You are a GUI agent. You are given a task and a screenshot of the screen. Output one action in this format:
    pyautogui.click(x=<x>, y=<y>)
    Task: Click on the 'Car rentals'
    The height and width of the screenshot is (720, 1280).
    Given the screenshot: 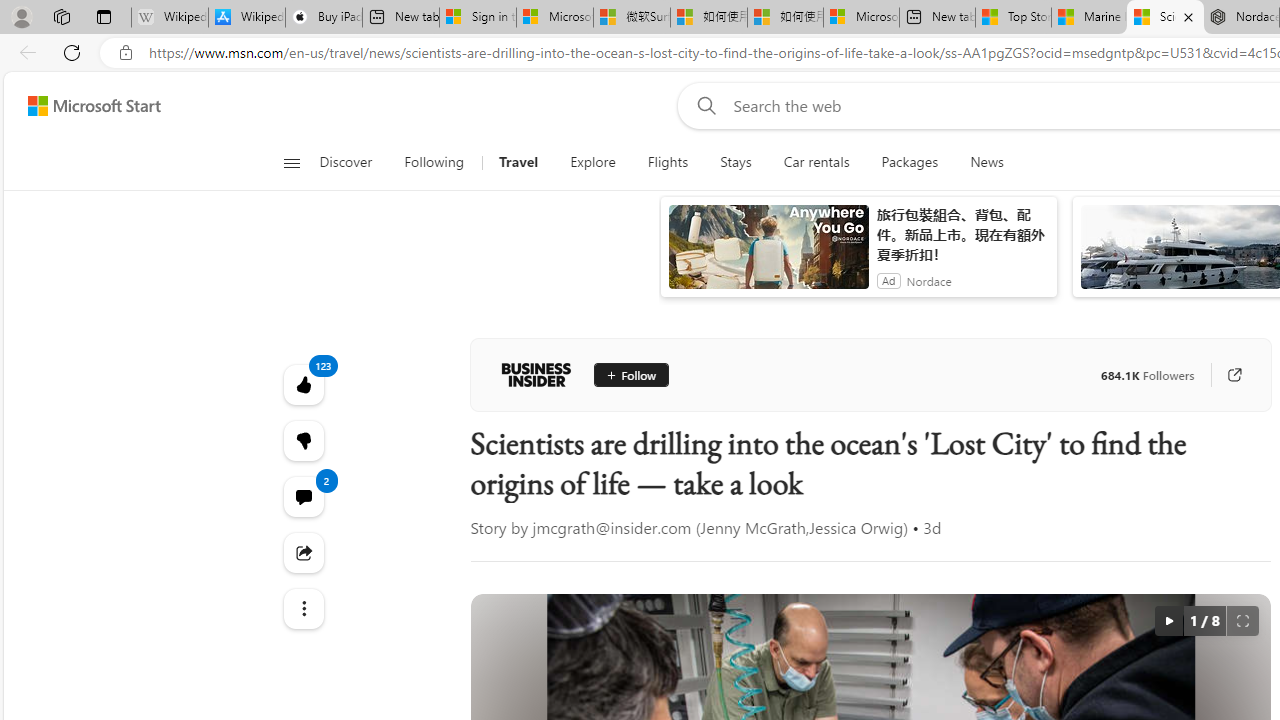 What is the action you would take?
    pyautogui.click(x=816, y=162)
    